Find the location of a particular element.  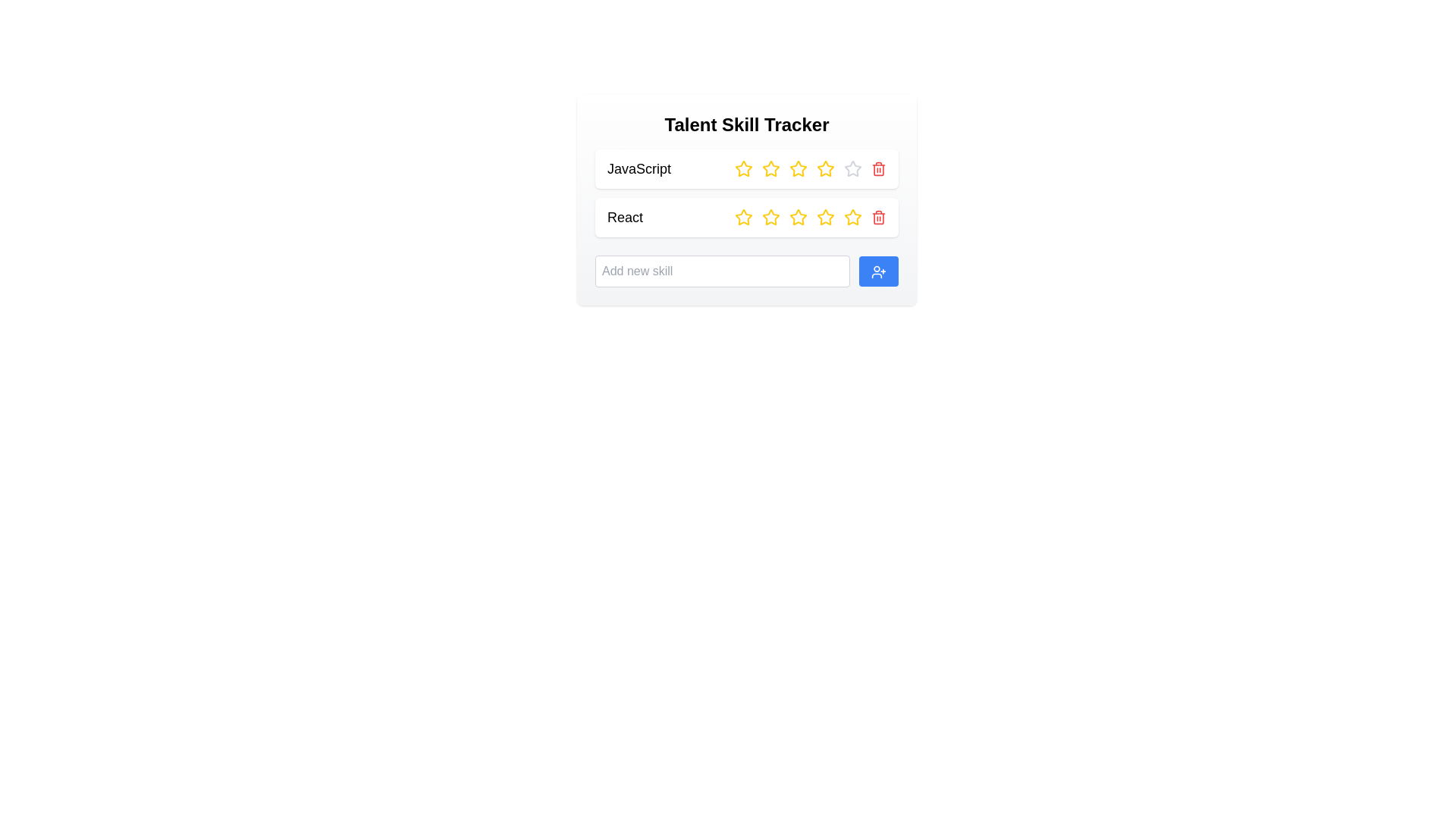

the Skill rating widget for the 'React' skill, located in the middle section of the skill tracker panel below the 'JavaScript' skill entry in the Talent Skill Tracker list to view more details is located at coordinates (746, 199).